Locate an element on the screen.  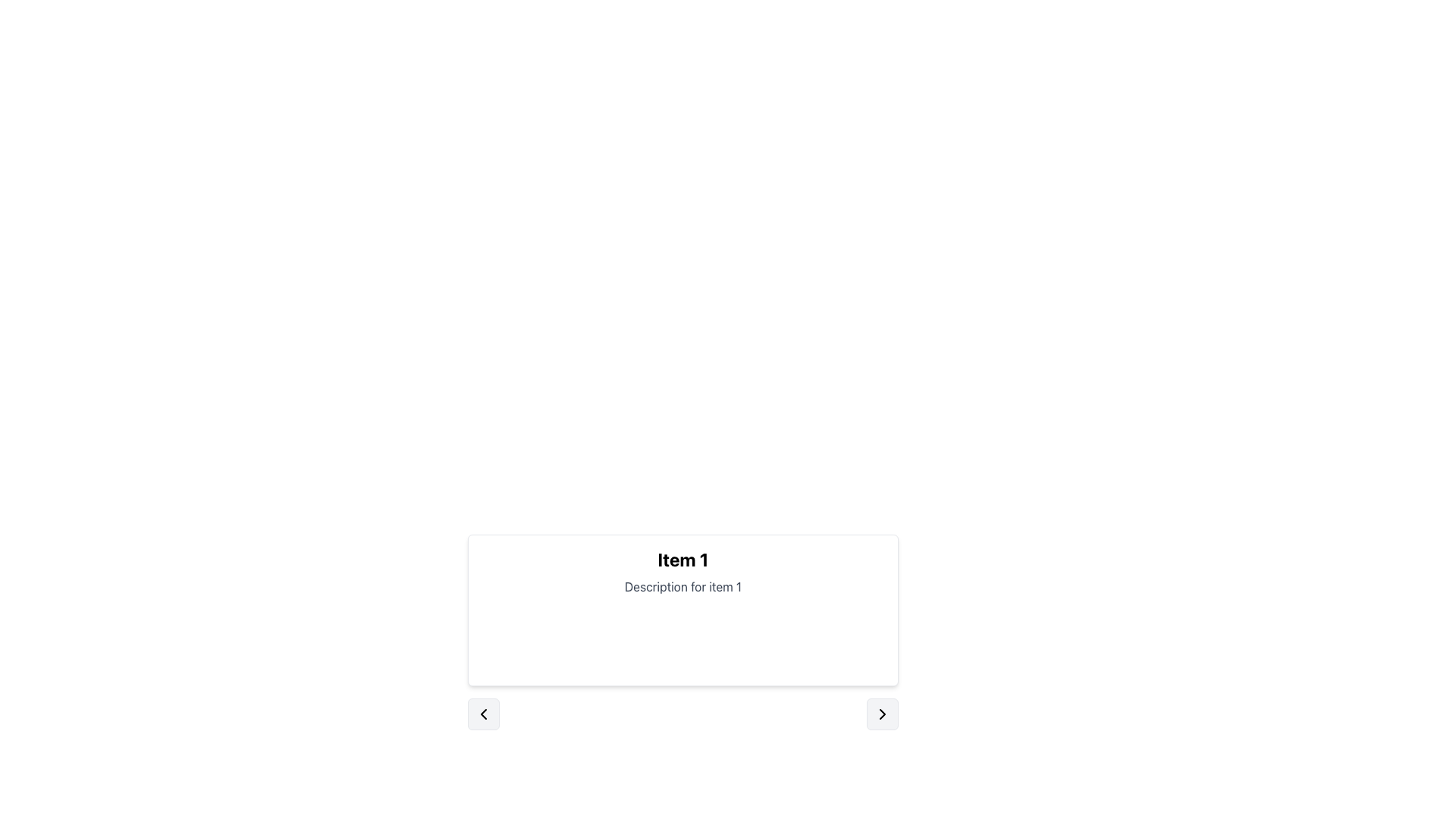
the chevron-right icon, which is an SVG-based arrow icon contained within a white button located at the bottom right corner of the interface is located at coordinates (882, 714).